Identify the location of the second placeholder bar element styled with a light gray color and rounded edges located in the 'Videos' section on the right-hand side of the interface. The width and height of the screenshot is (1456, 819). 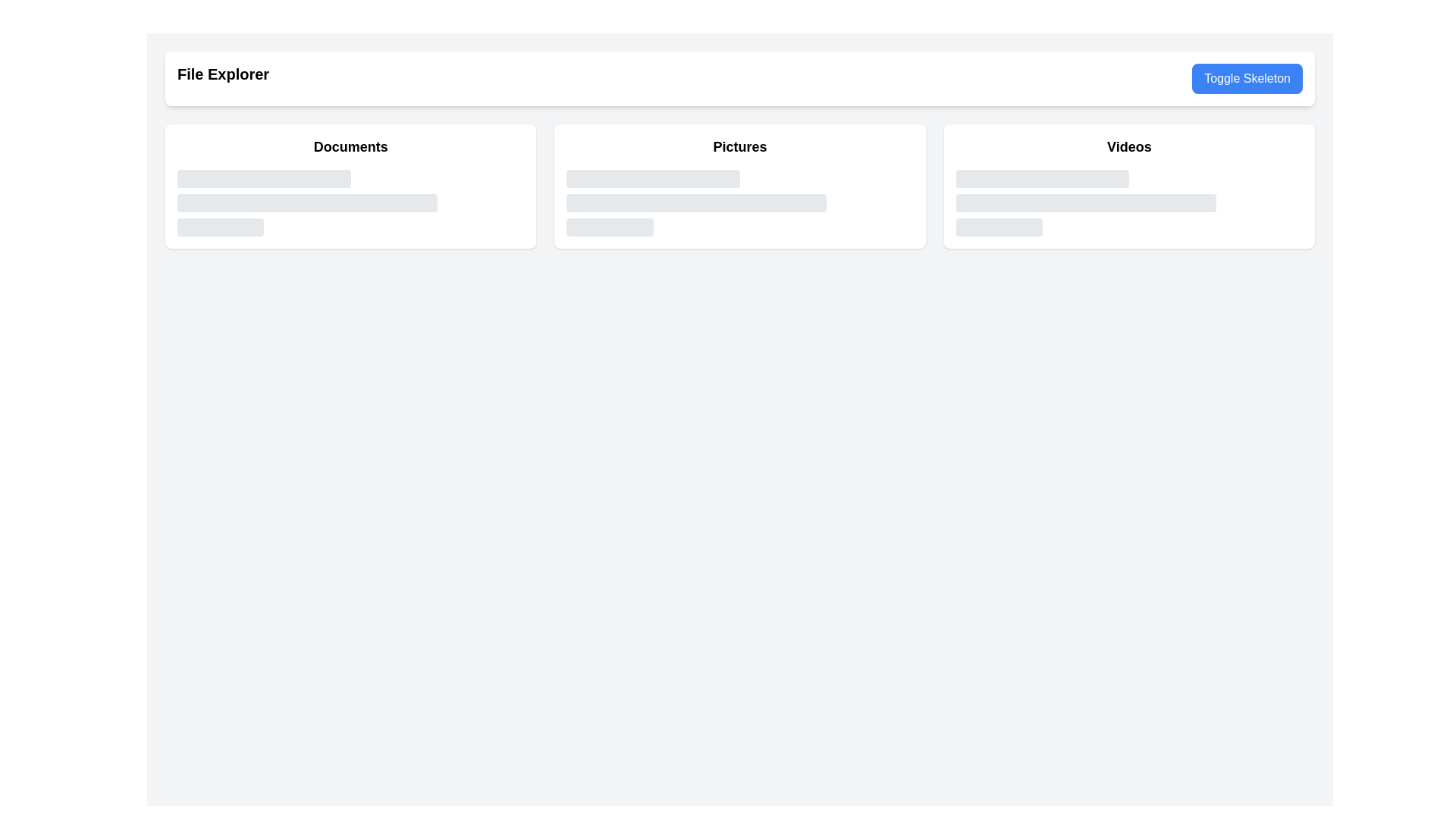
(1085, 202).